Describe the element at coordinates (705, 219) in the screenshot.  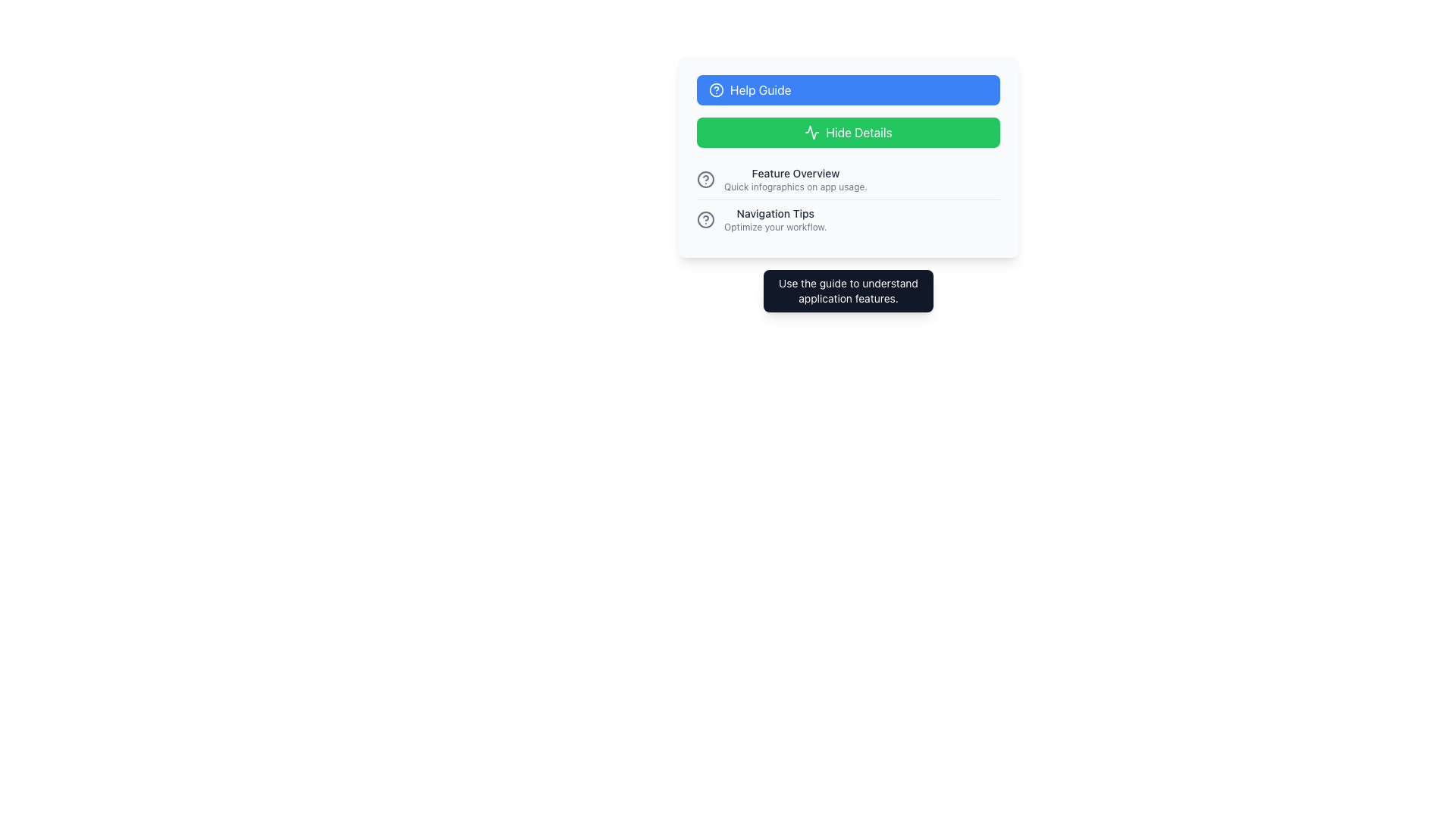
I see `the visual indicator icon for the 'Navigation Tips' section, located at the far left of the list item` at that location.